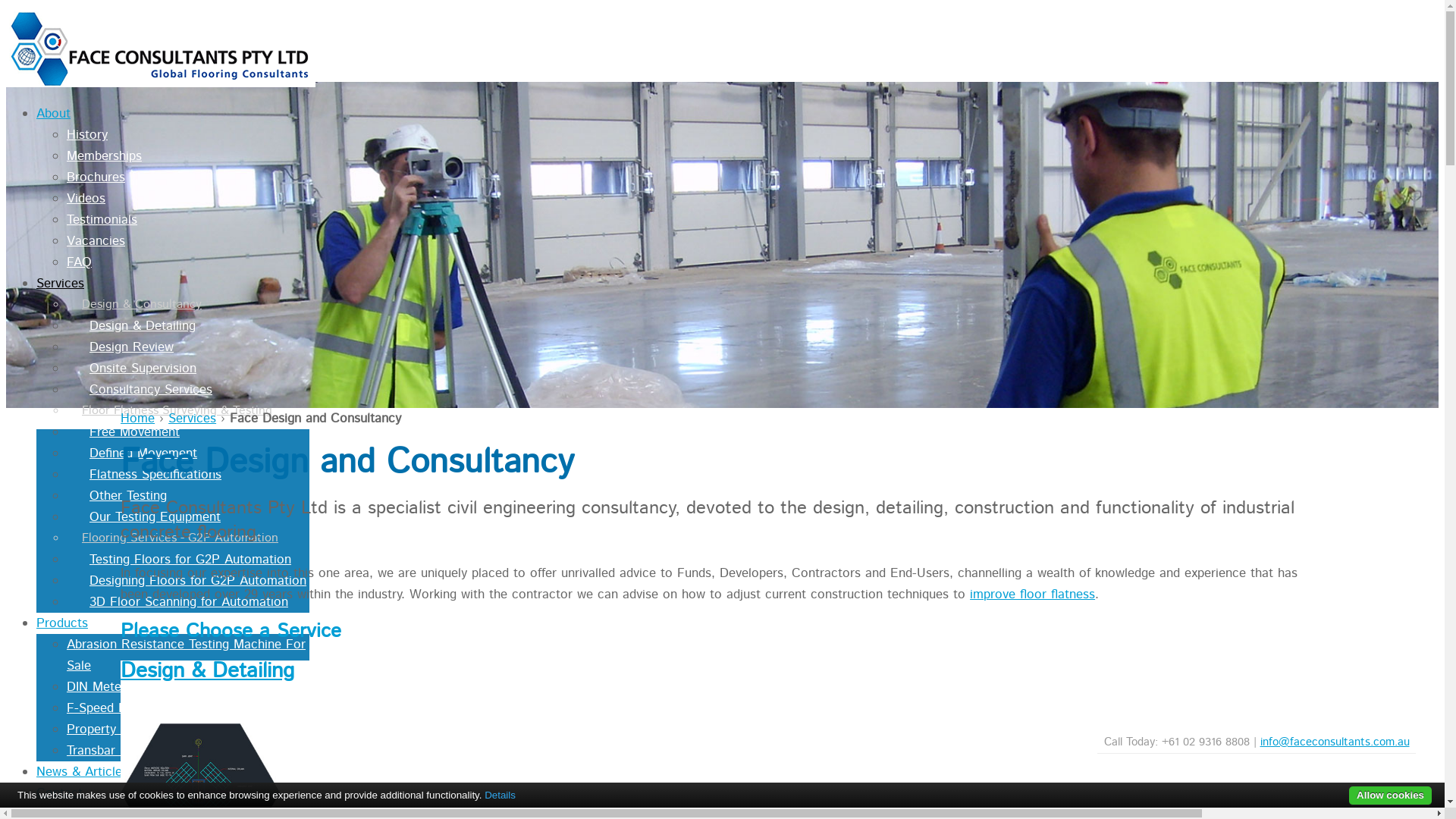 The height and width of the screenshot is (819, 1456). I want to click on 'Design & Consultancy', so click(134, 304).